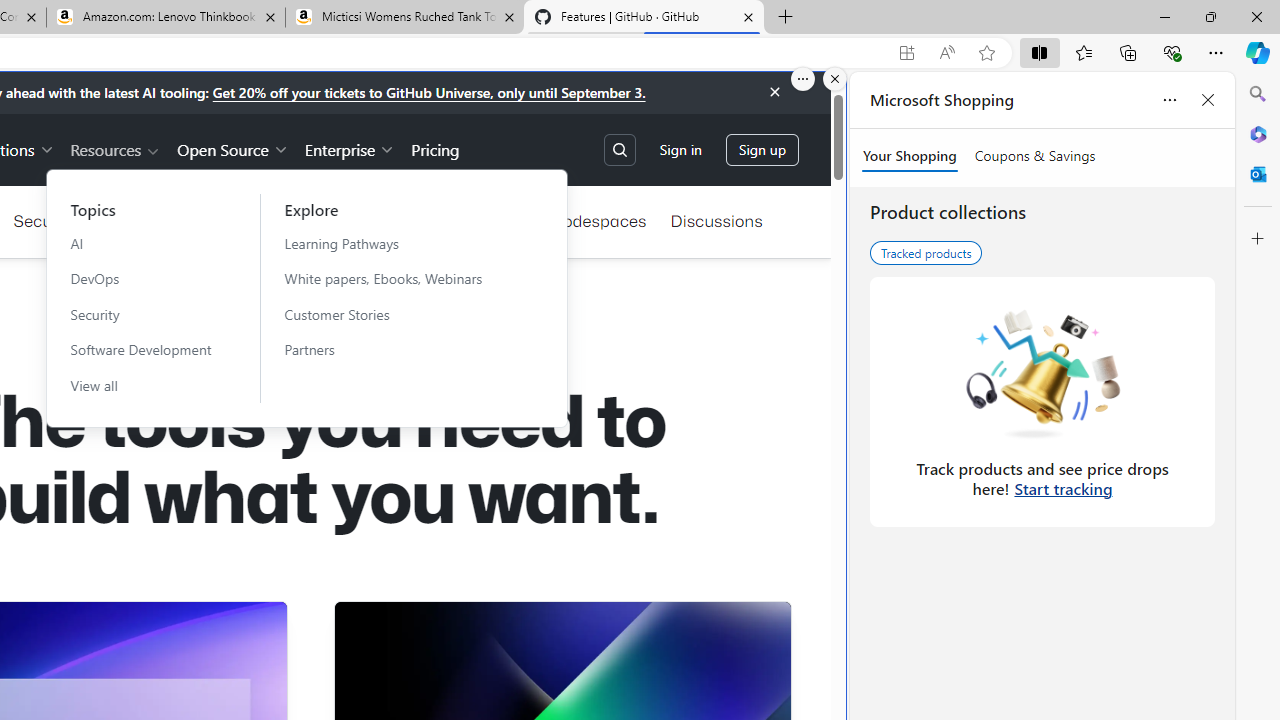  I want to click on 'AI', so click(140, 242).